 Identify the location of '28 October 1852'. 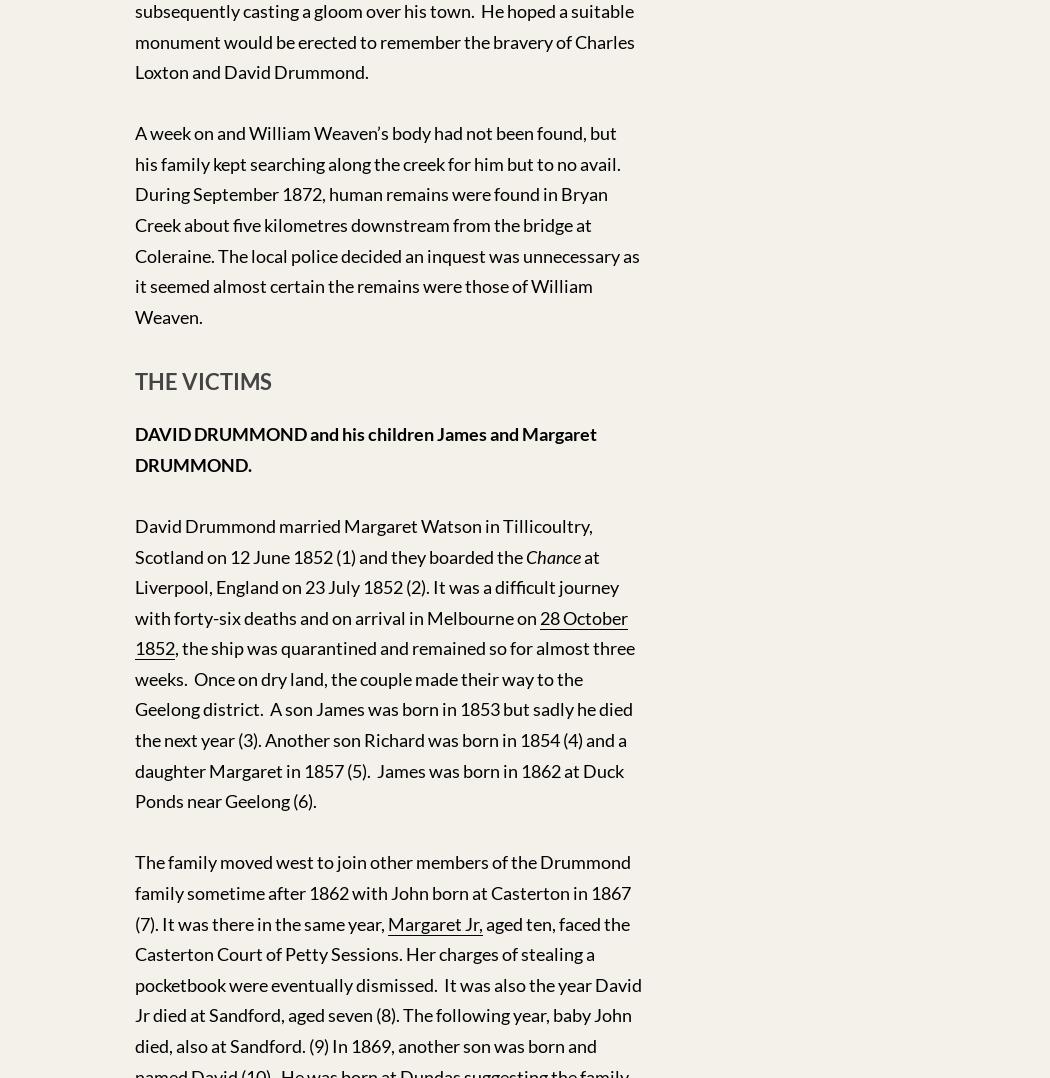
(381, 631).